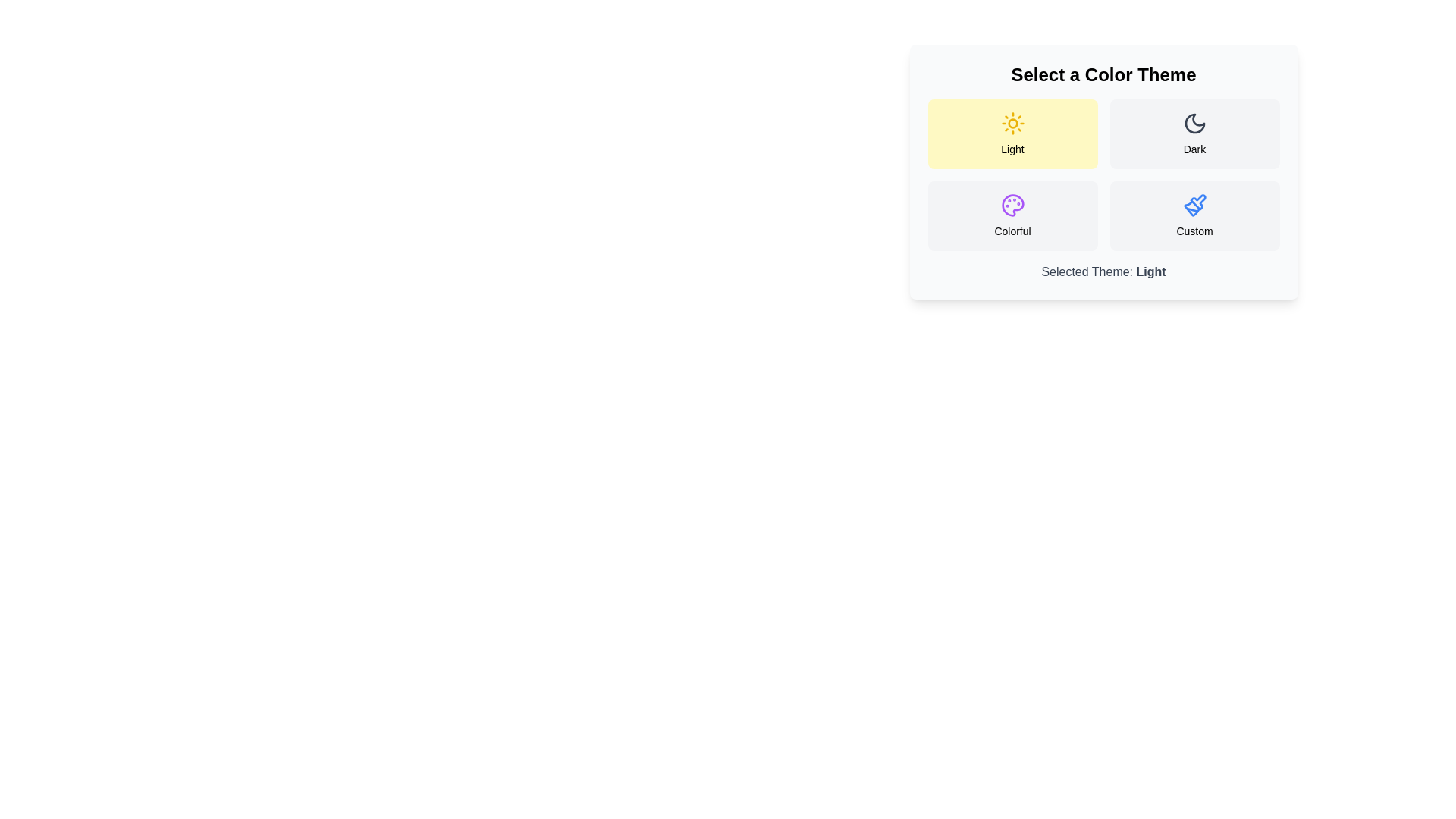  Describe the element at coordinates (1194, 133) in the screenshot. I see `the theme Dark by clicking its button` at that location.